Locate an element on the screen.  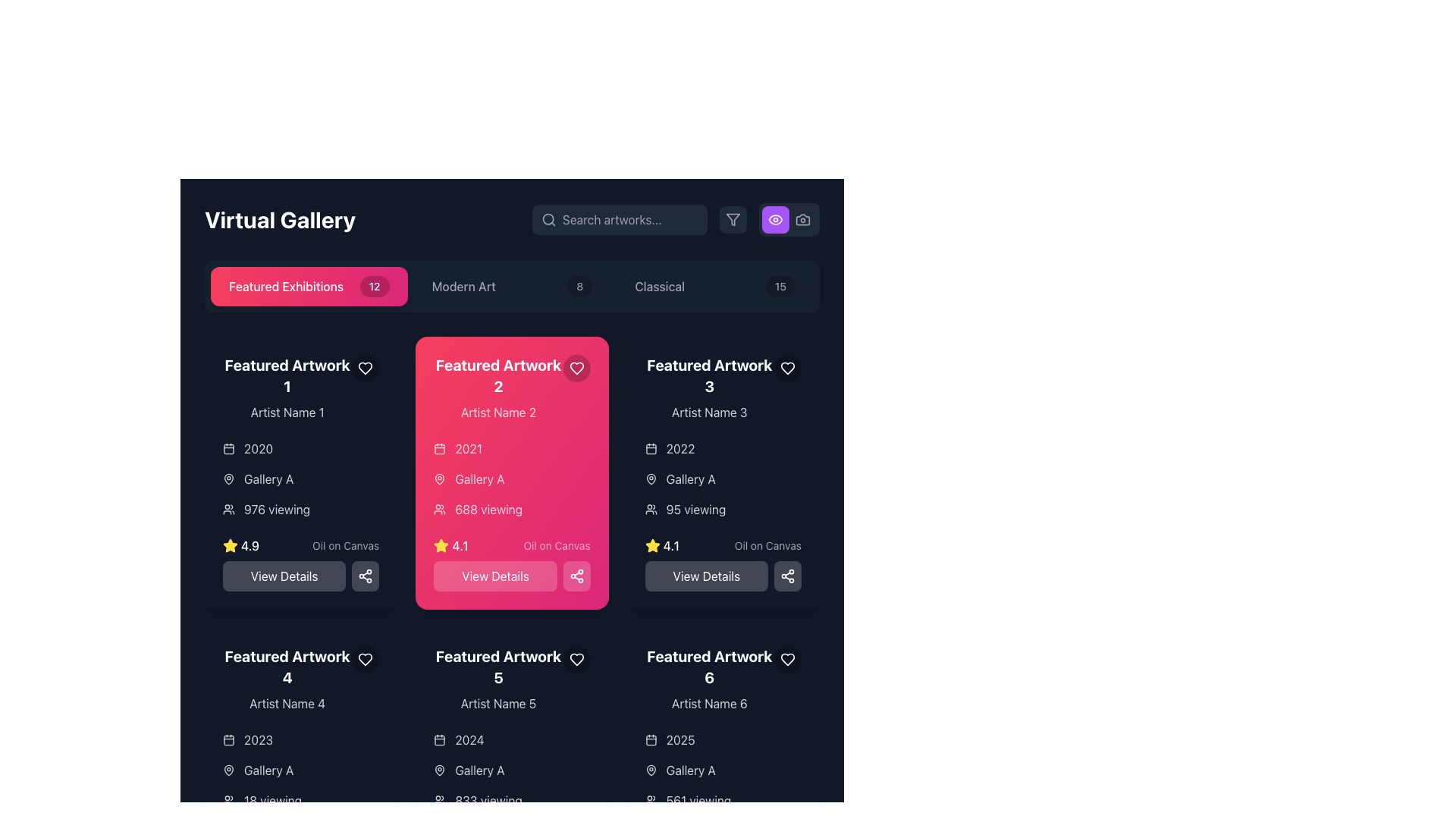
the button located in the top-right section of the interface, adjacent to a camera icon button is located at coordinates (789, 219).